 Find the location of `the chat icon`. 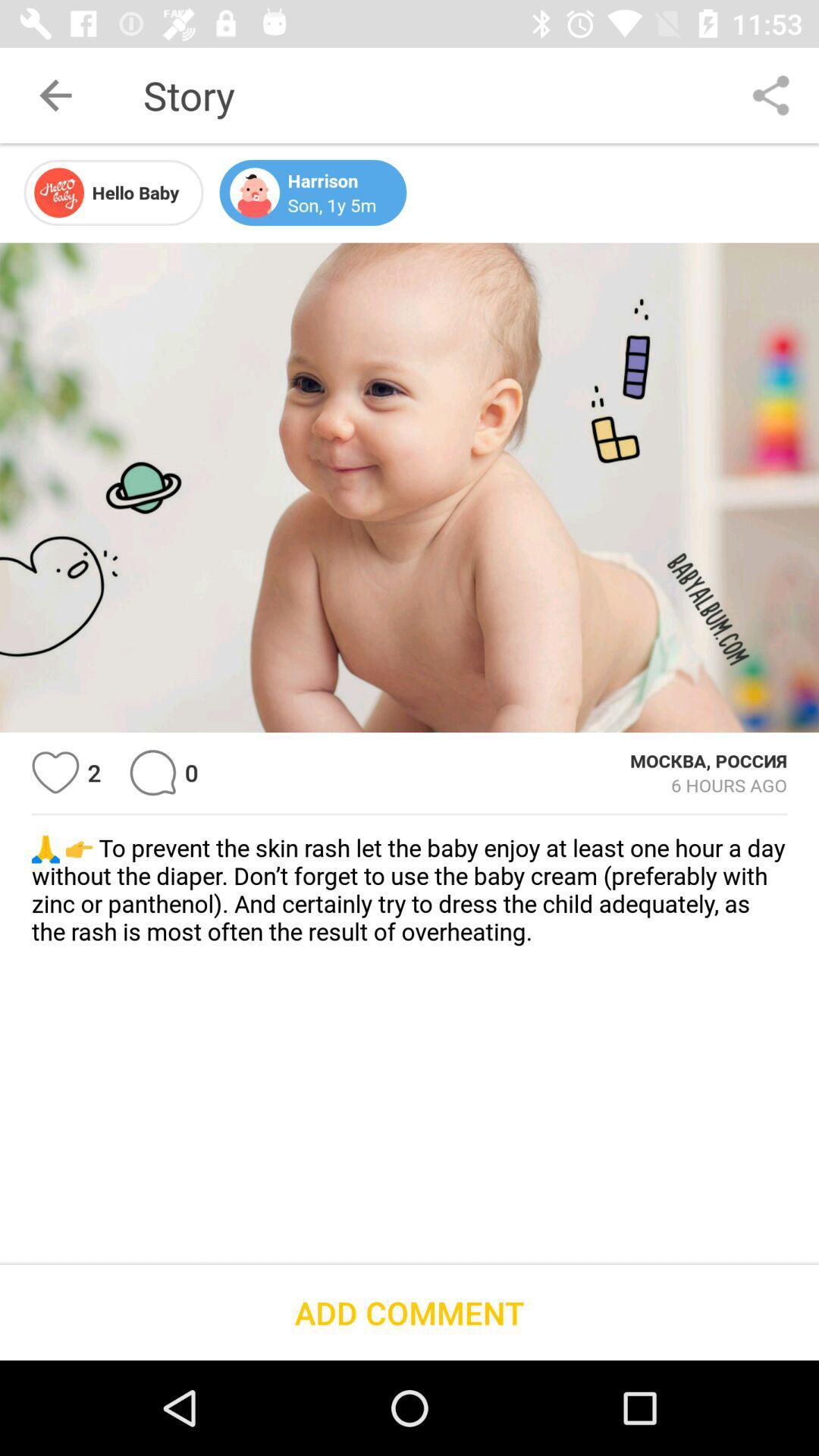

the chat icon is located at coordinates (152, 773).